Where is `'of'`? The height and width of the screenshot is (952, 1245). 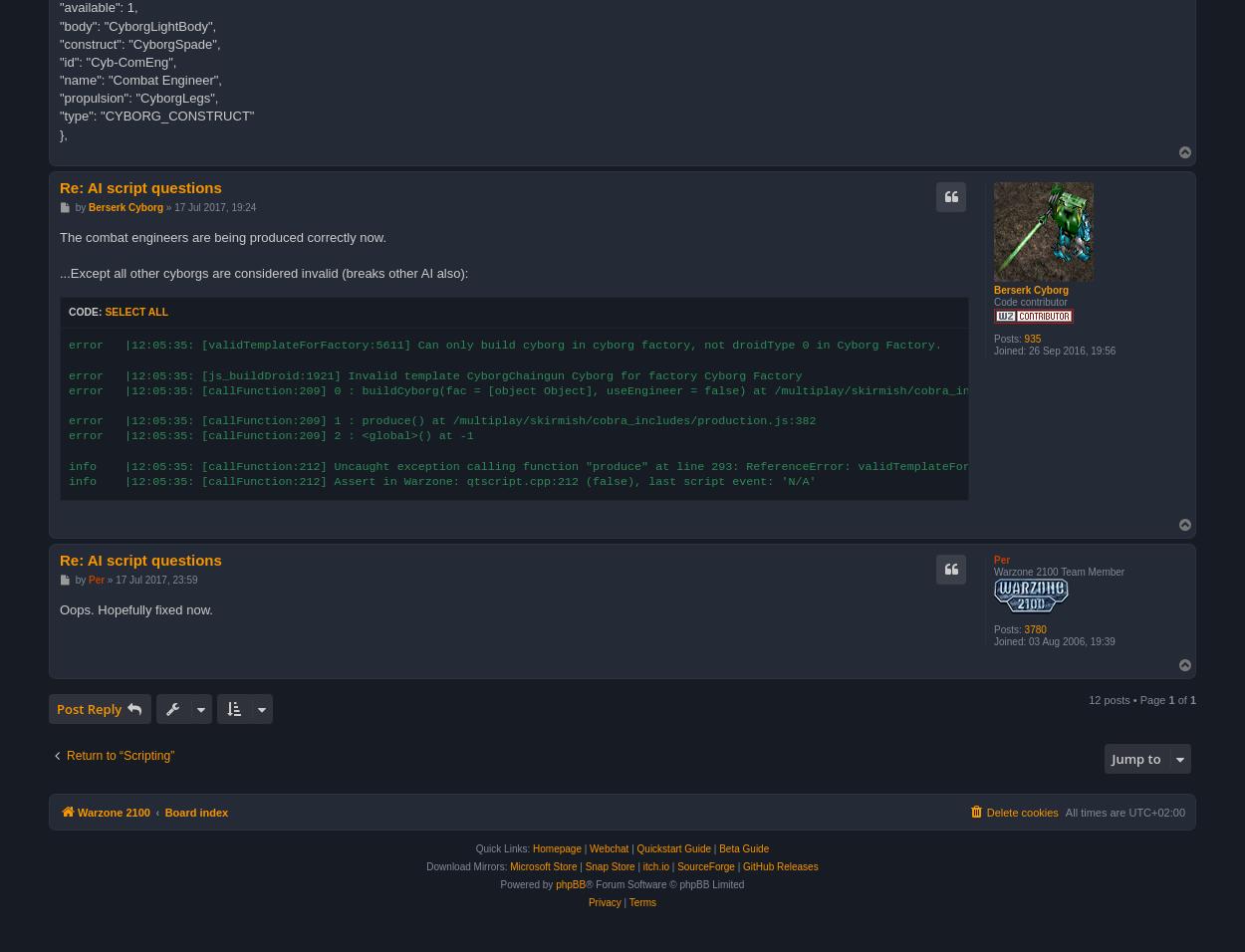
'of' is located at coordinates (1181, 698).